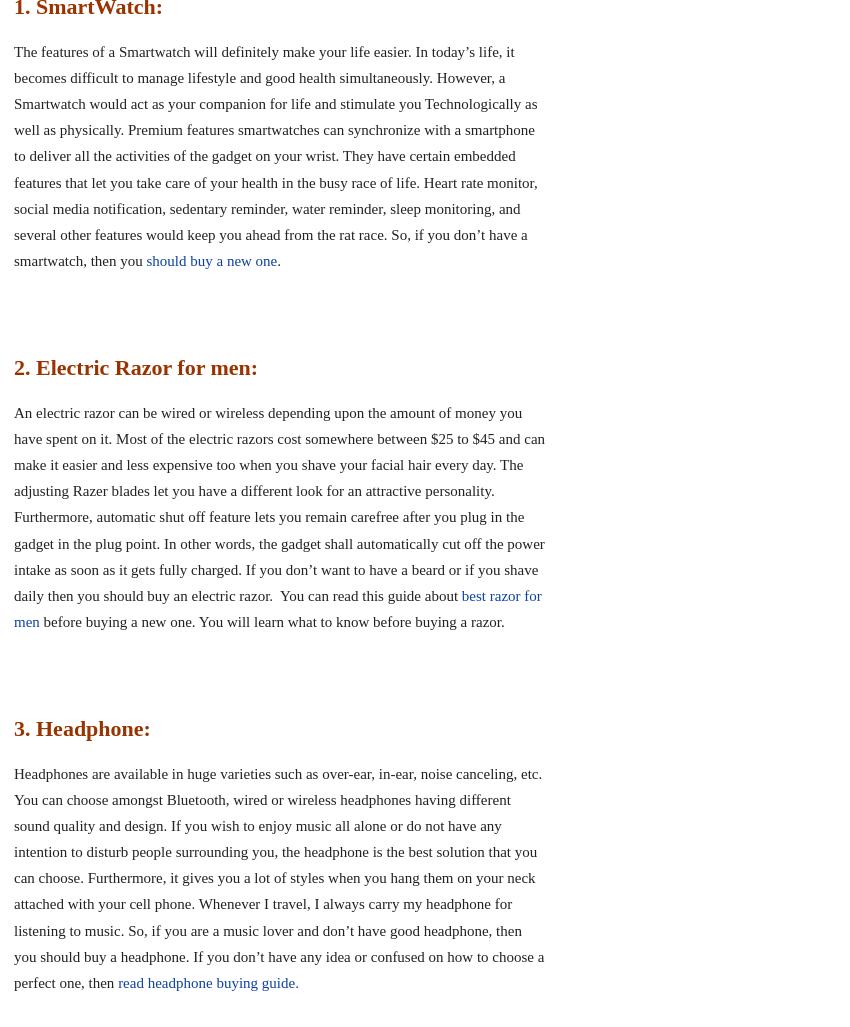 This screenshot has width=850, height=1027. Describe the element at coordinates (82, 727) in the screenshot. I see `'3. Headphone:'` at that location.